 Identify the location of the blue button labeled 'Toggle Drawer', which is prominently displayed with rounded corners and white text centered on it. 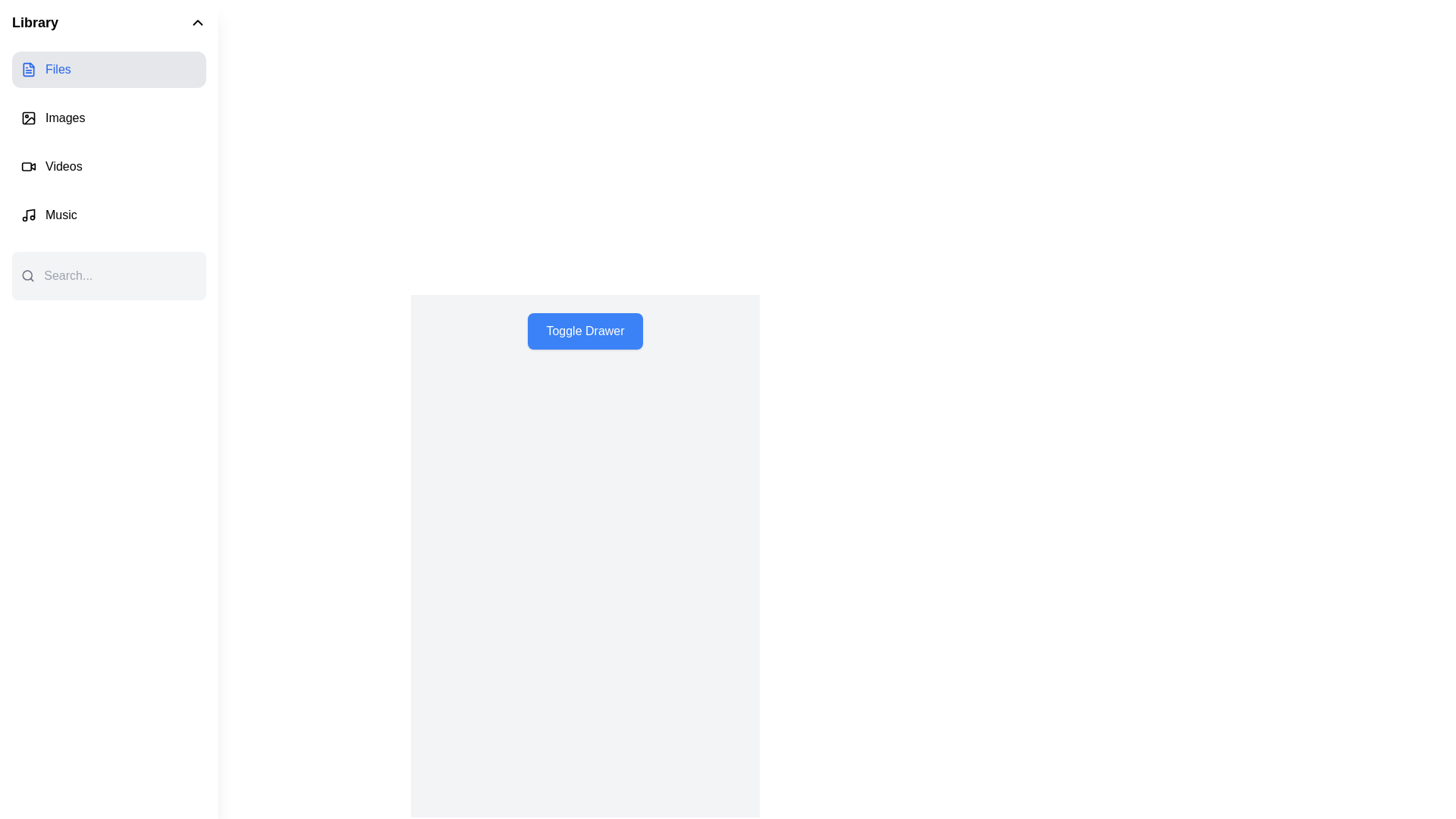
(585, 330).